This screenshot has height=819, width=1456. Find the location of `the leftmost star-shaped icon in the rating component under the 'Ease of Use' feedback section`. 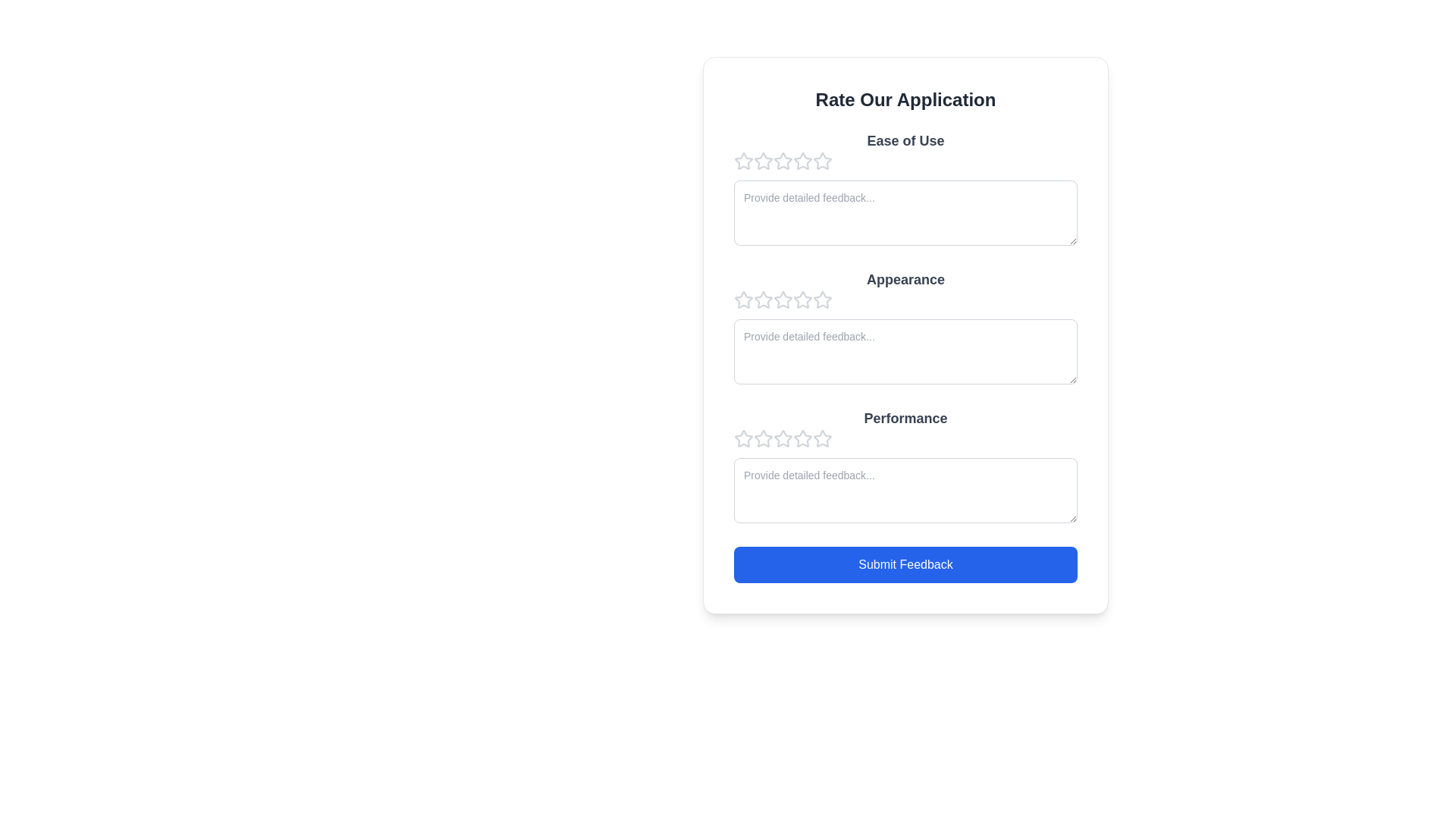

the leftmost star-shaped icon in the rating component under the 'Ease of Use' feedback section is located at coordinates (743, 161).